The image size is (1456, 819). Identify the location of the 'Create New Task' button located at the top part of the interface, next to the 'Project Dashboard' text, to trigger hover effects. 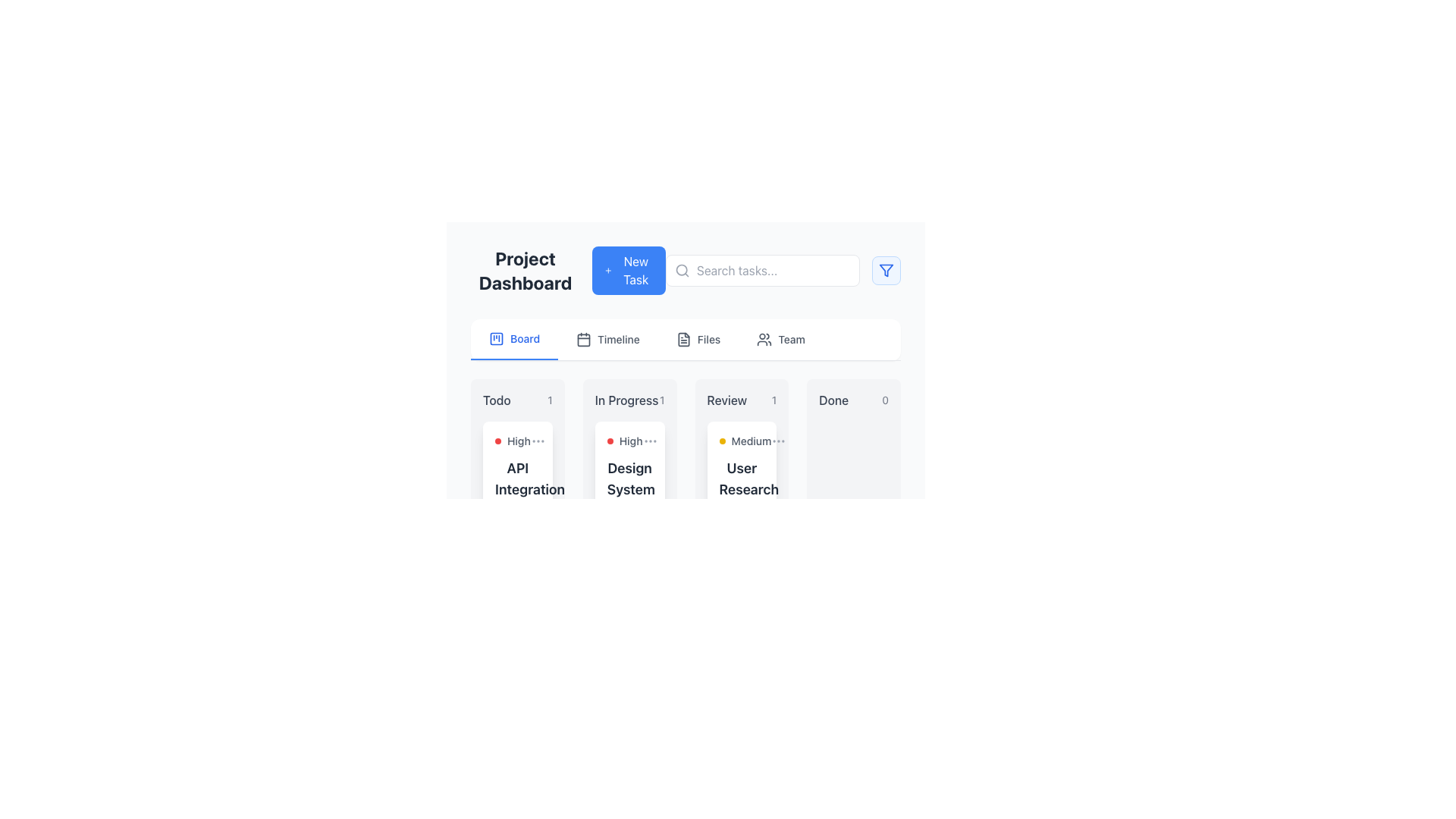
(629, 270).